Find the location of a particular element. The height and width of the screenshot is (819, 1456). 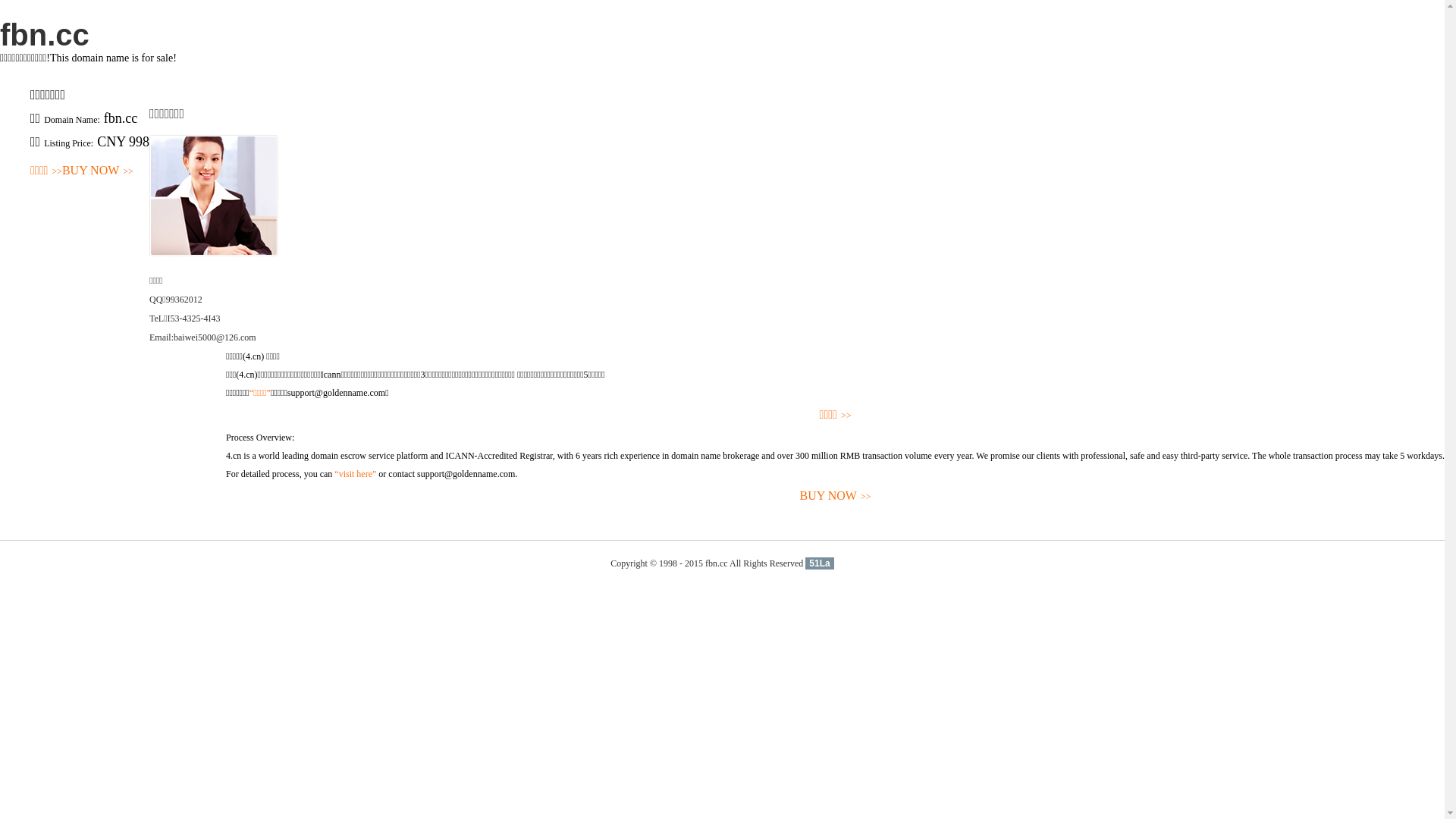

'BUY NOW>>' is located at coordinates (224, 496).